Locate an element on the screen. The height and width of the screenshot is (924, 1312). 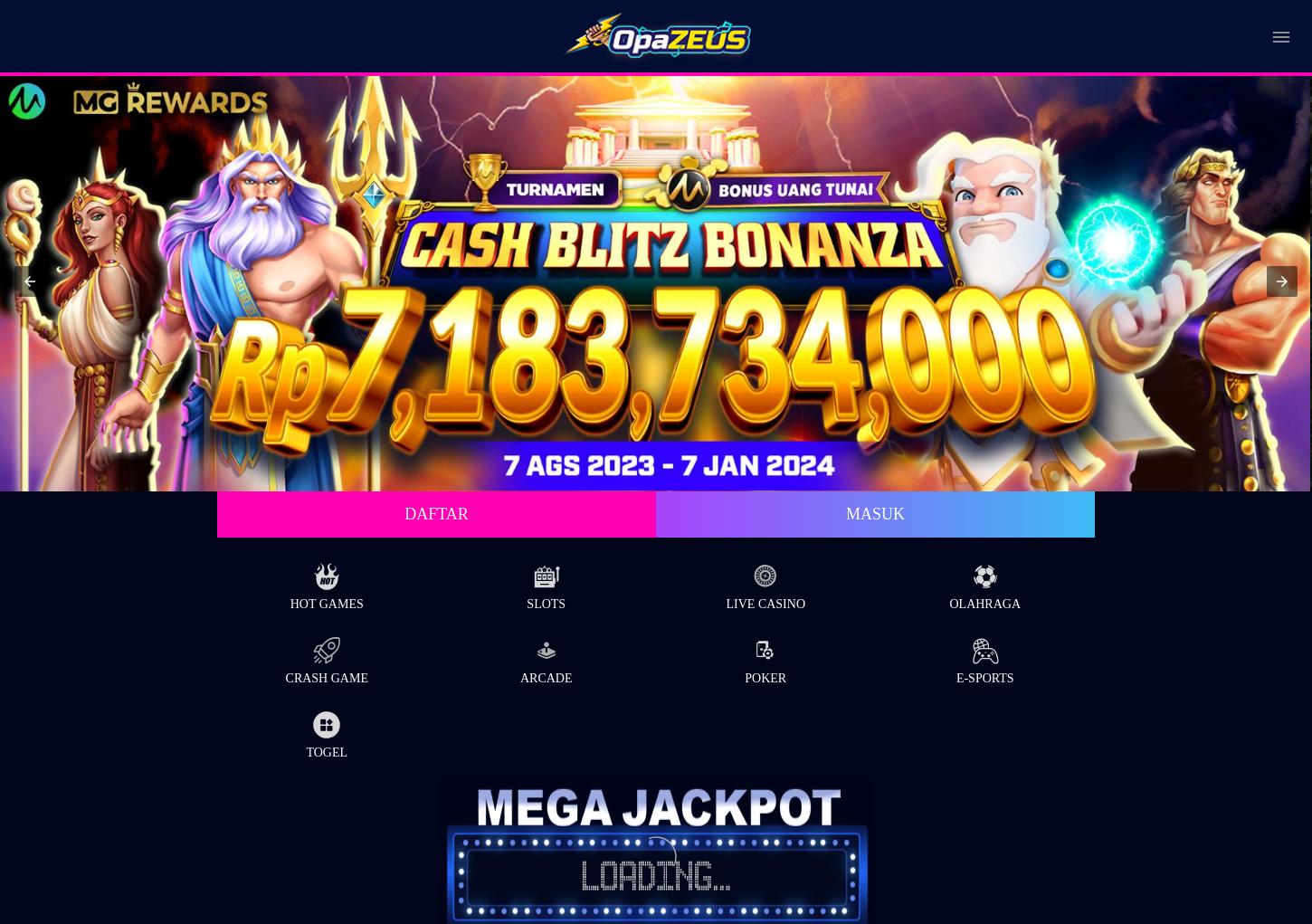
'Slots' is located at coordinates (546, 602).